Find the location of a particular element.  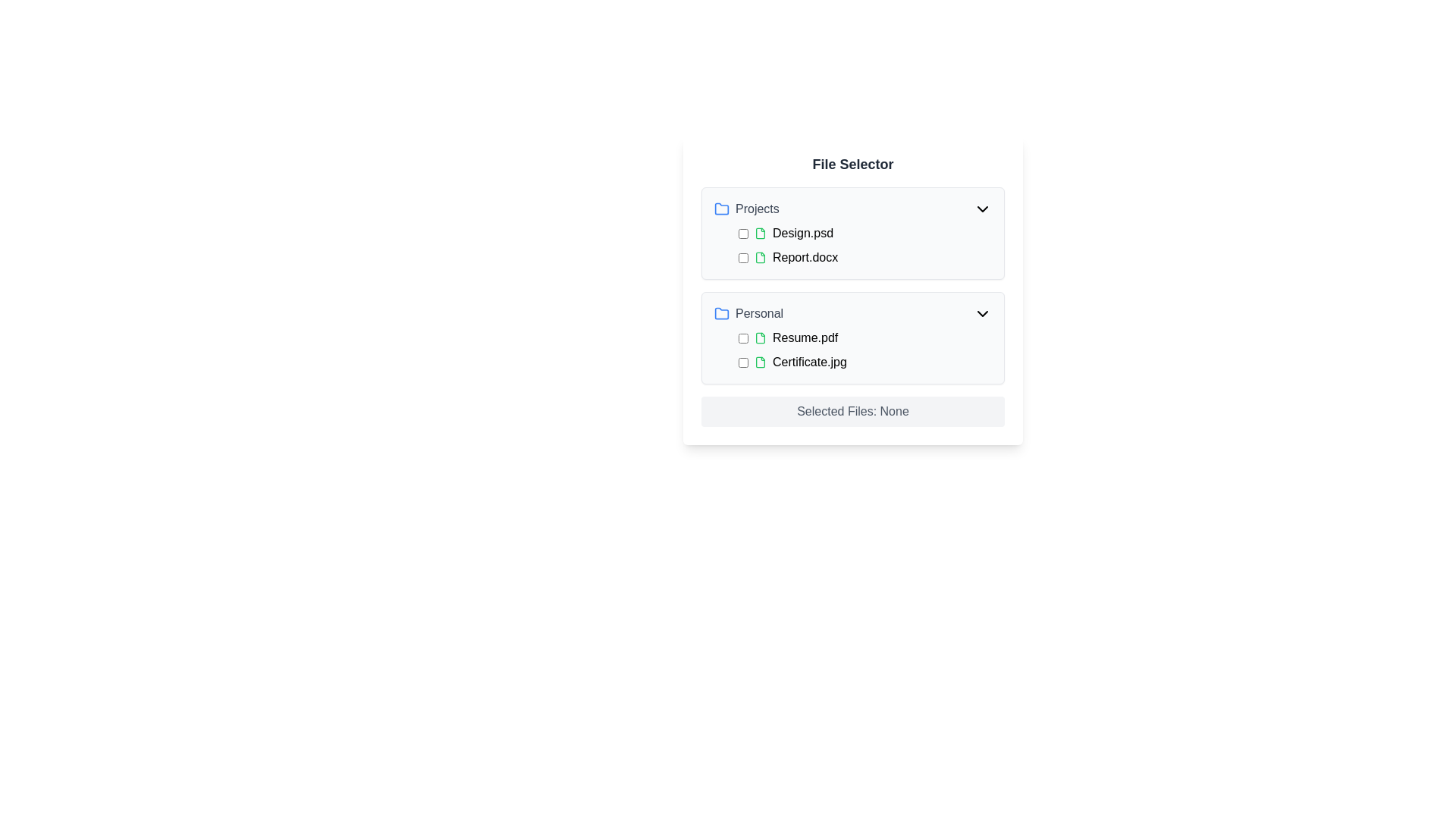

the row of the file entry 'Report.docx' is located at coordinates (852, 245).